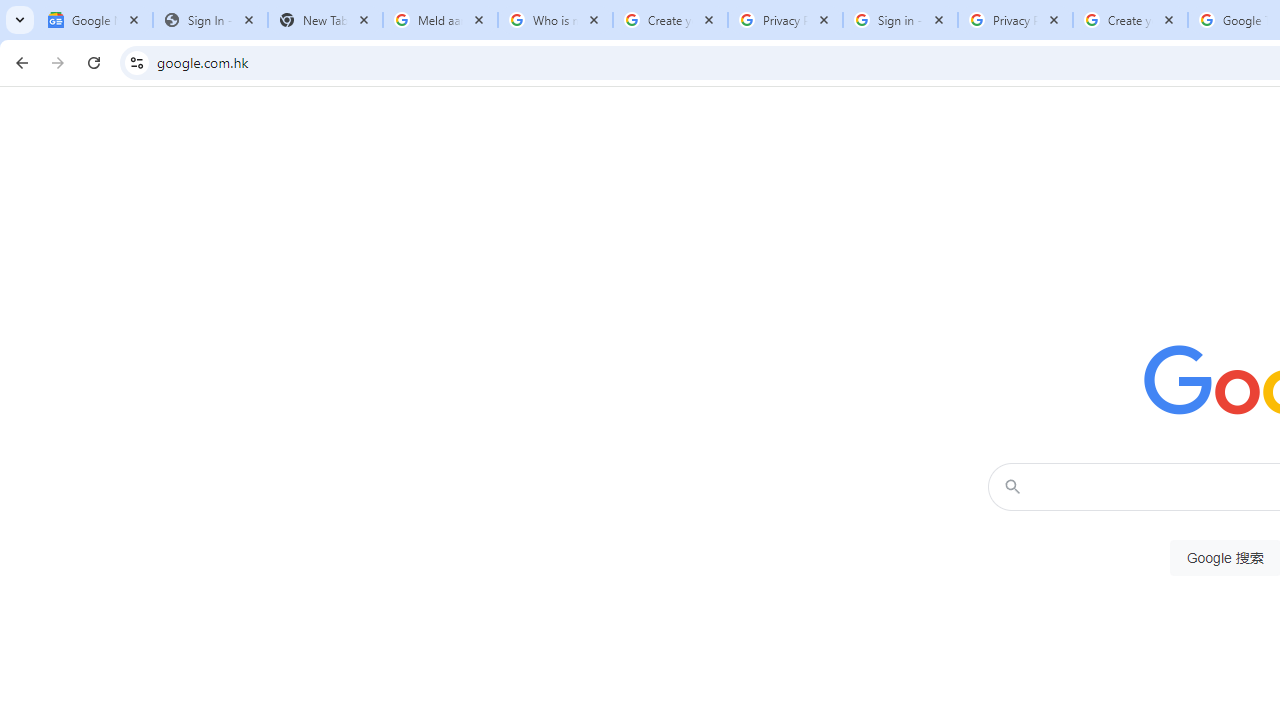 The width and height of the screenshot is (1280, 720). What do you see at coordinates (209, 20) in the screenshot?
I see `'Sign In - USA TODAY'` at bounding box center [209, 20].